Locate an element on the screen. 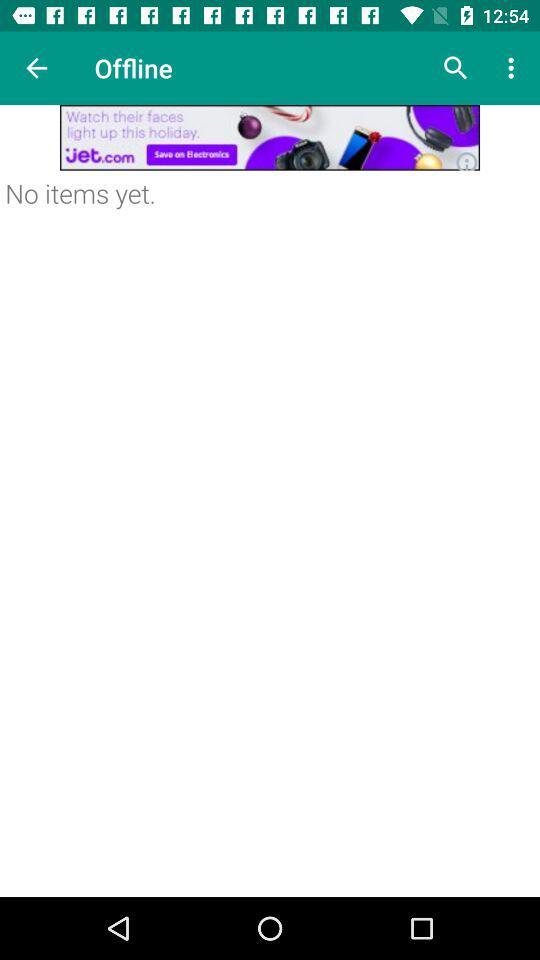  search is located at coordinates (455, 68).